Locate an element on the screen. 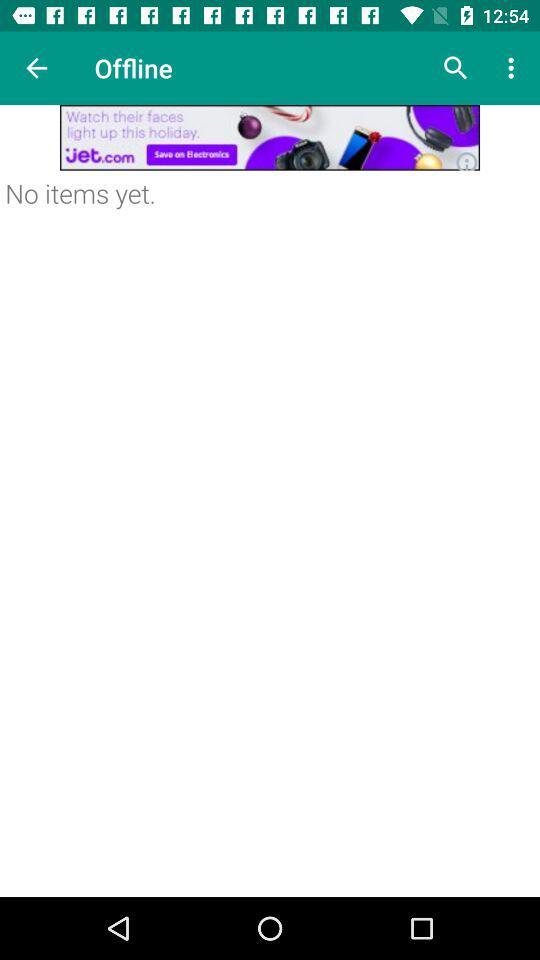  search is located at coordinates (455, 68).